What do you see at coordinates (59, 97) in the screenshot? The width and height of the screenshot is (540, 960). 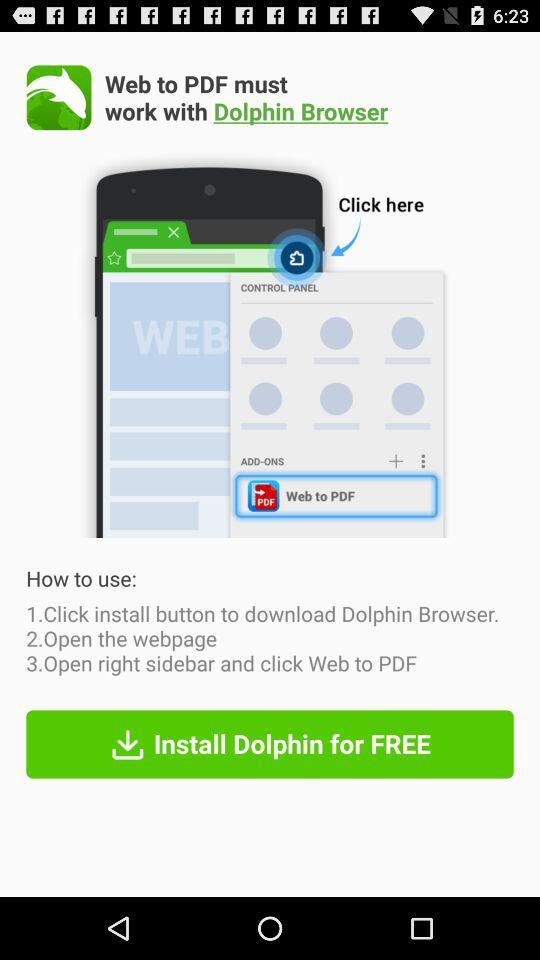 I see `icon at the top left corner` at bounding box center [59, 97].